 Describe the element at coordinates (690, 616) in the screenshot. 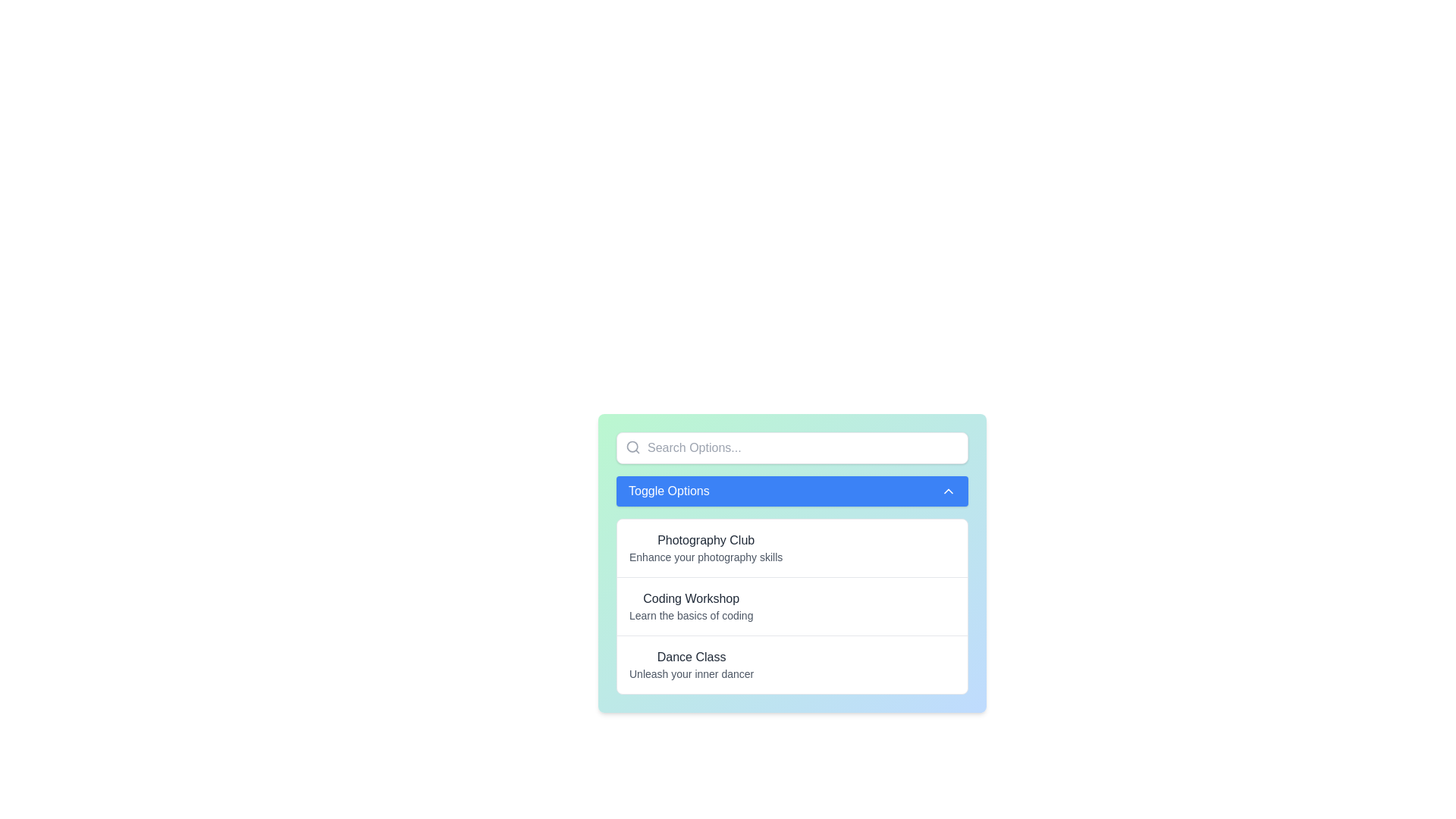

I see `informative text label providing a brief overview of the associated item 'Coding Workshop', which is the second text in a vertical list interface` at that location.